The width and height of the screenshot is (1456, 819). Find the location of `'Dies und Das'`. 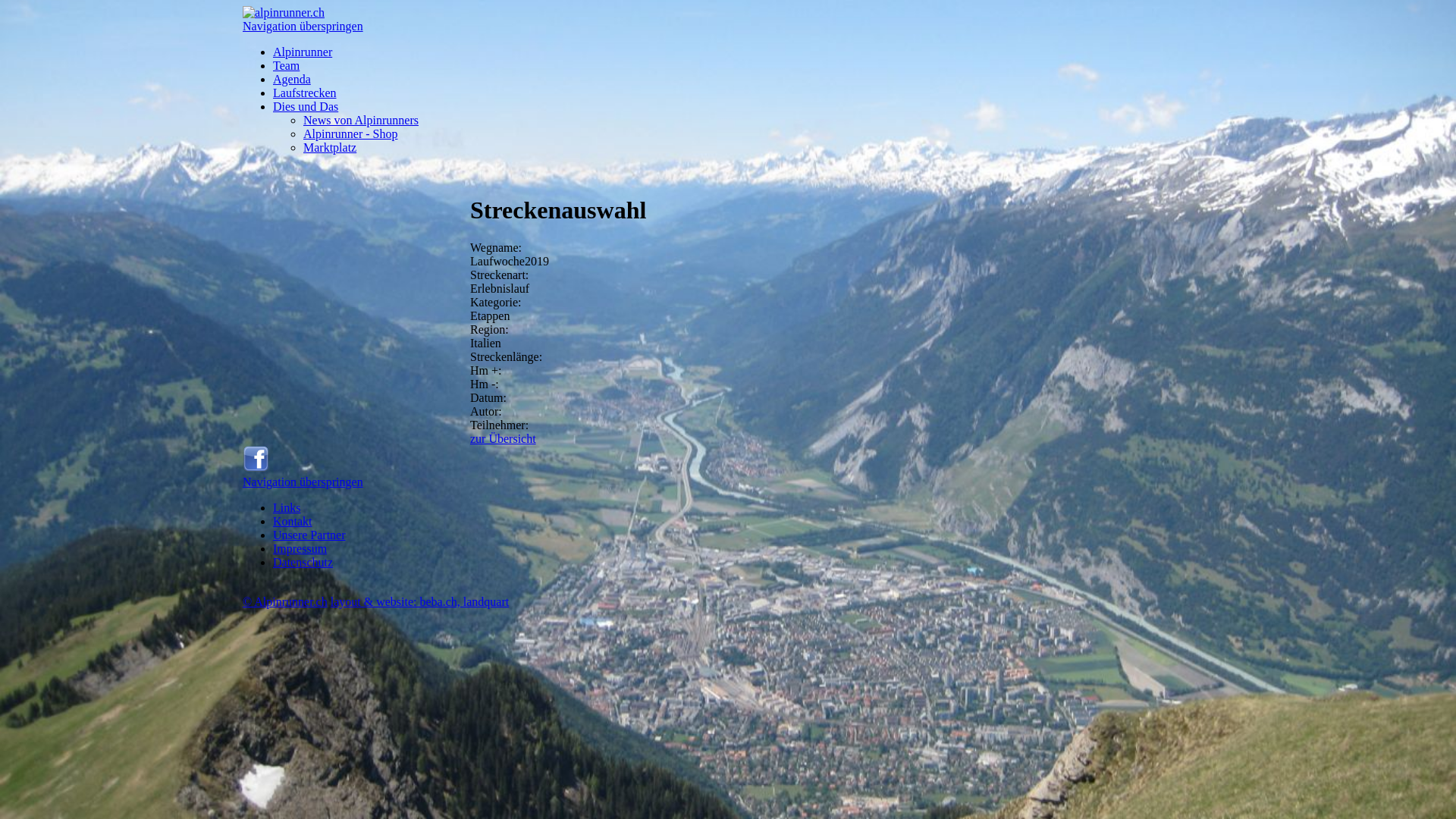

'Dies und Das' is located at coordinates (305, 105).